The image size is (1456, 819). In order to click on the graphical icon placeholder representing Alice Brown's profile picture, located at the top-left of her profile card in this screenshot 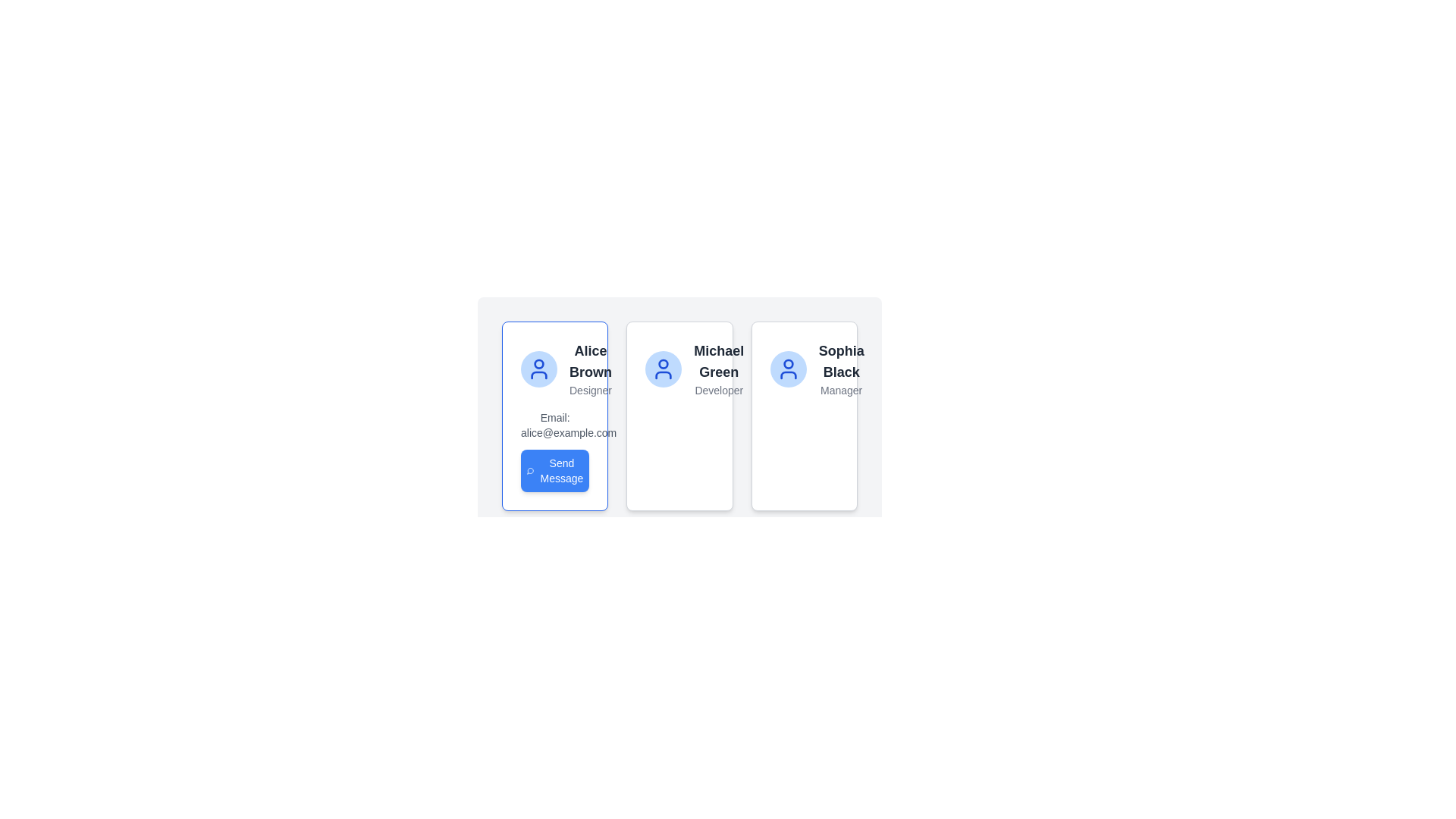, I will do `click(538, 369)`.